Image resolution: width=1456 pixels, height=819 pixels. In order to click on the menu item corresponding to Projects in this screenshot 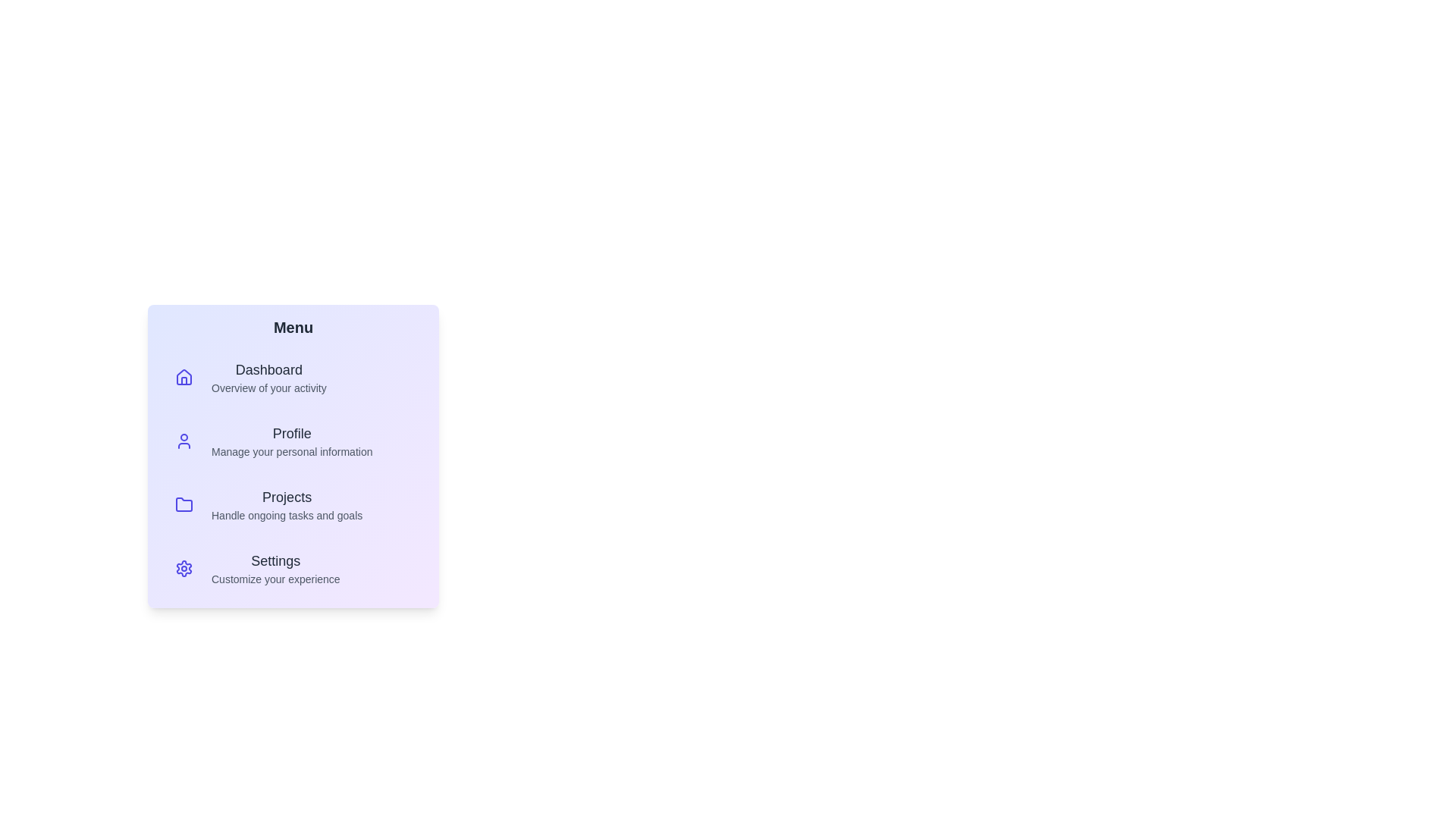, I will do `click(293, 505)`.